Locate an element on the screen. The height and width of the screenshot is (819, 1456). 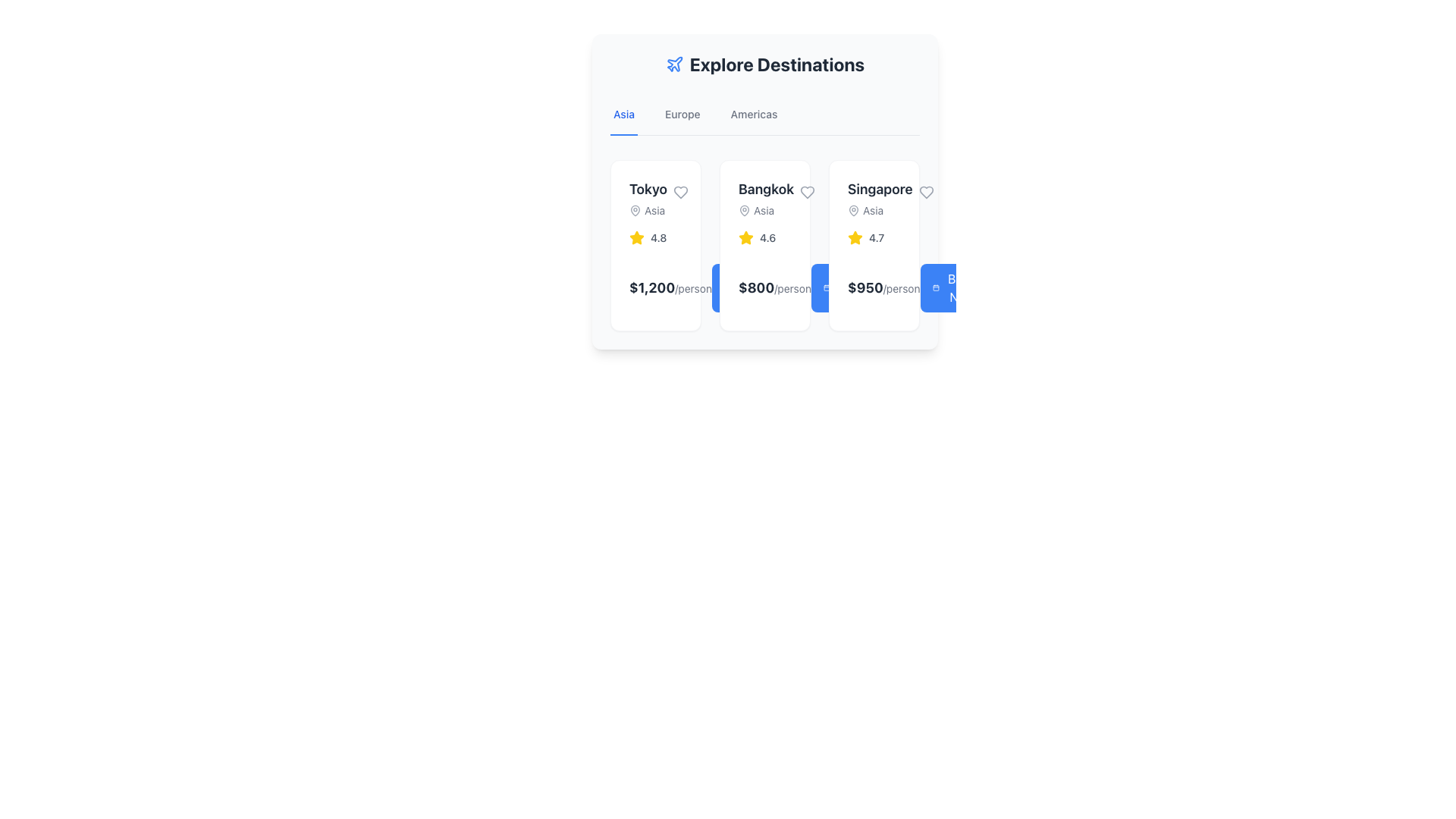
the booking button located at the bottom-right of the 'Singapore' card to initiate the booking process is located at coordinates (954, 288).